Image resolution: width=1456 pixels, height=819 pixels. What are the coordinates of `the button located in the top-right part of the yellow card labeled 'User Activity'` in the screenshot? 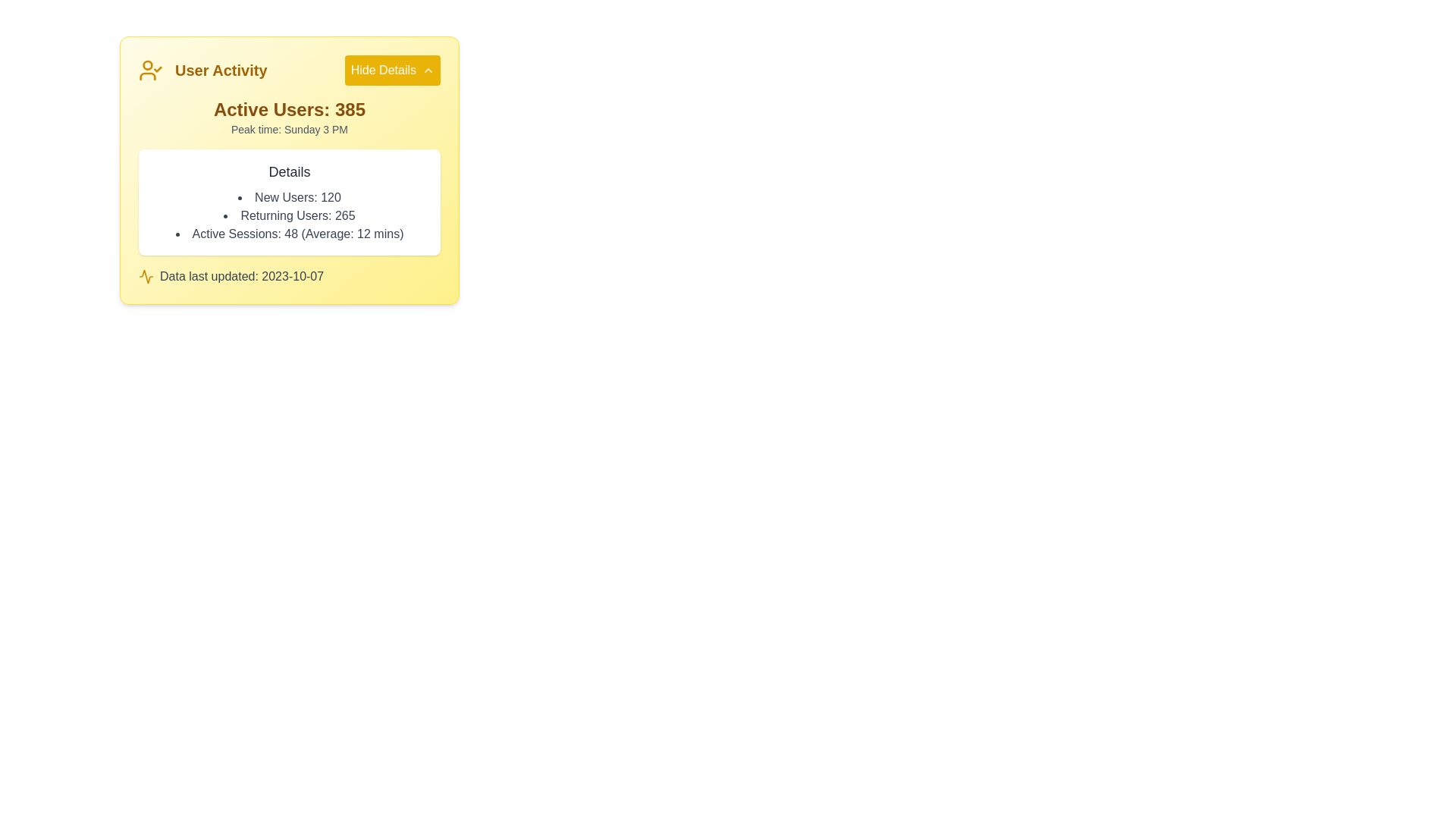 It's located at (392, 70).